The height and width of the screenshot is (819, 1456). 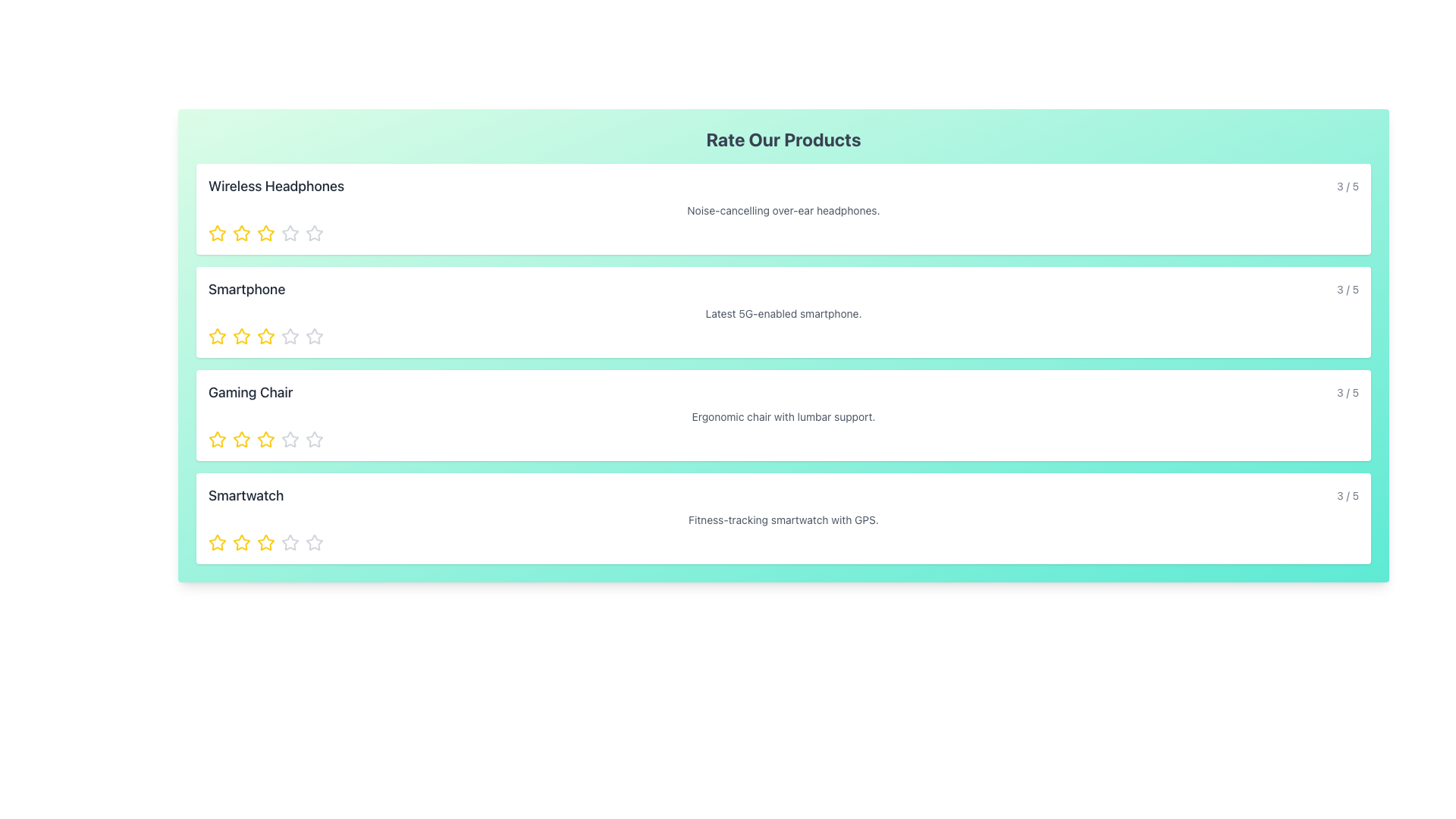 What do you see at coordinates (783, 140) in the screenshot?
I see `the Heading element at the top of the panel with a gradient green background, which serves as the title for the section` at bounding box center [783, 140].